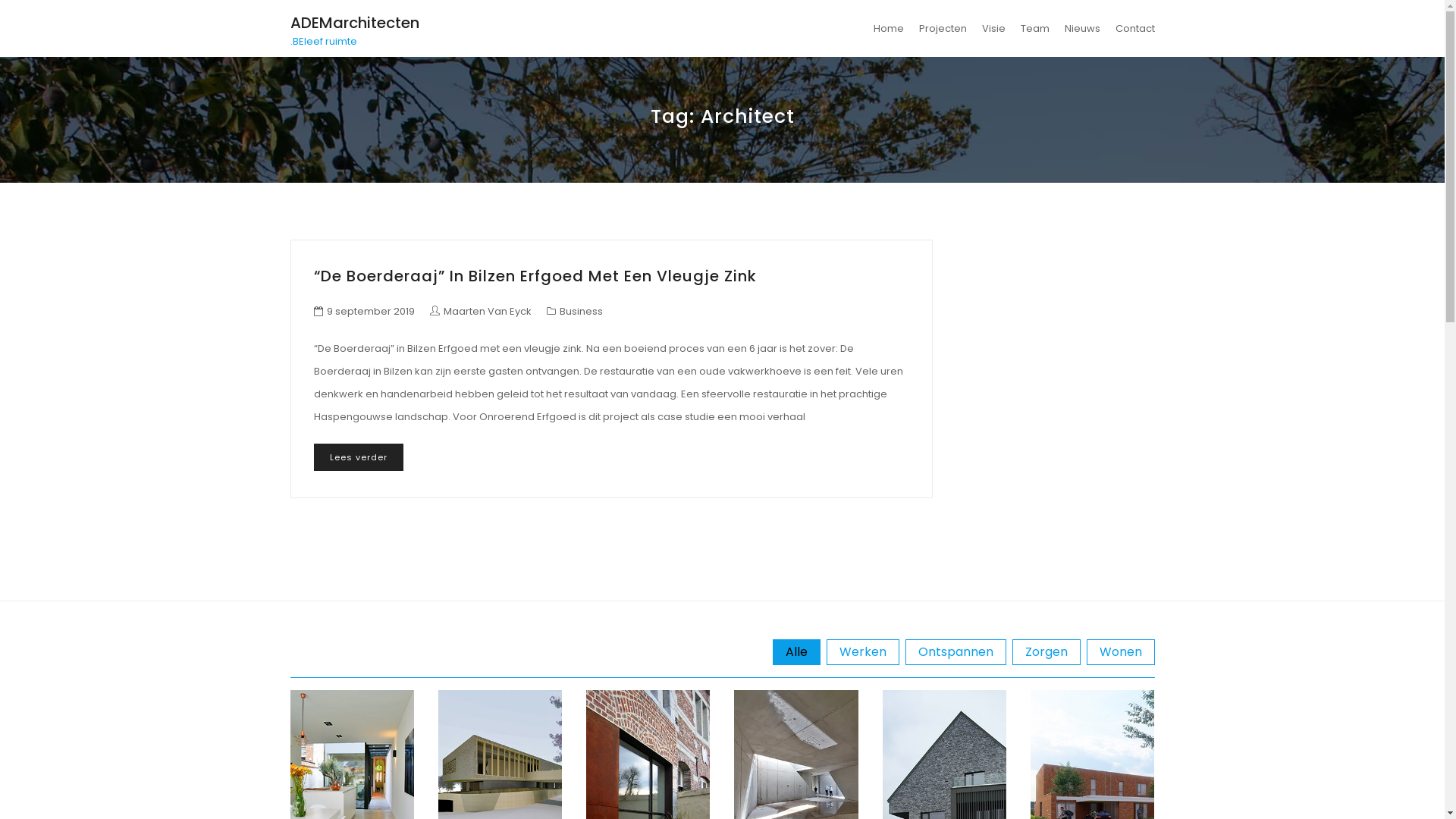 This screenshot has width=1456, height=819. Describe the element at coordinates (795, 651) in the screenshot. I see `'Alle'` at that location.